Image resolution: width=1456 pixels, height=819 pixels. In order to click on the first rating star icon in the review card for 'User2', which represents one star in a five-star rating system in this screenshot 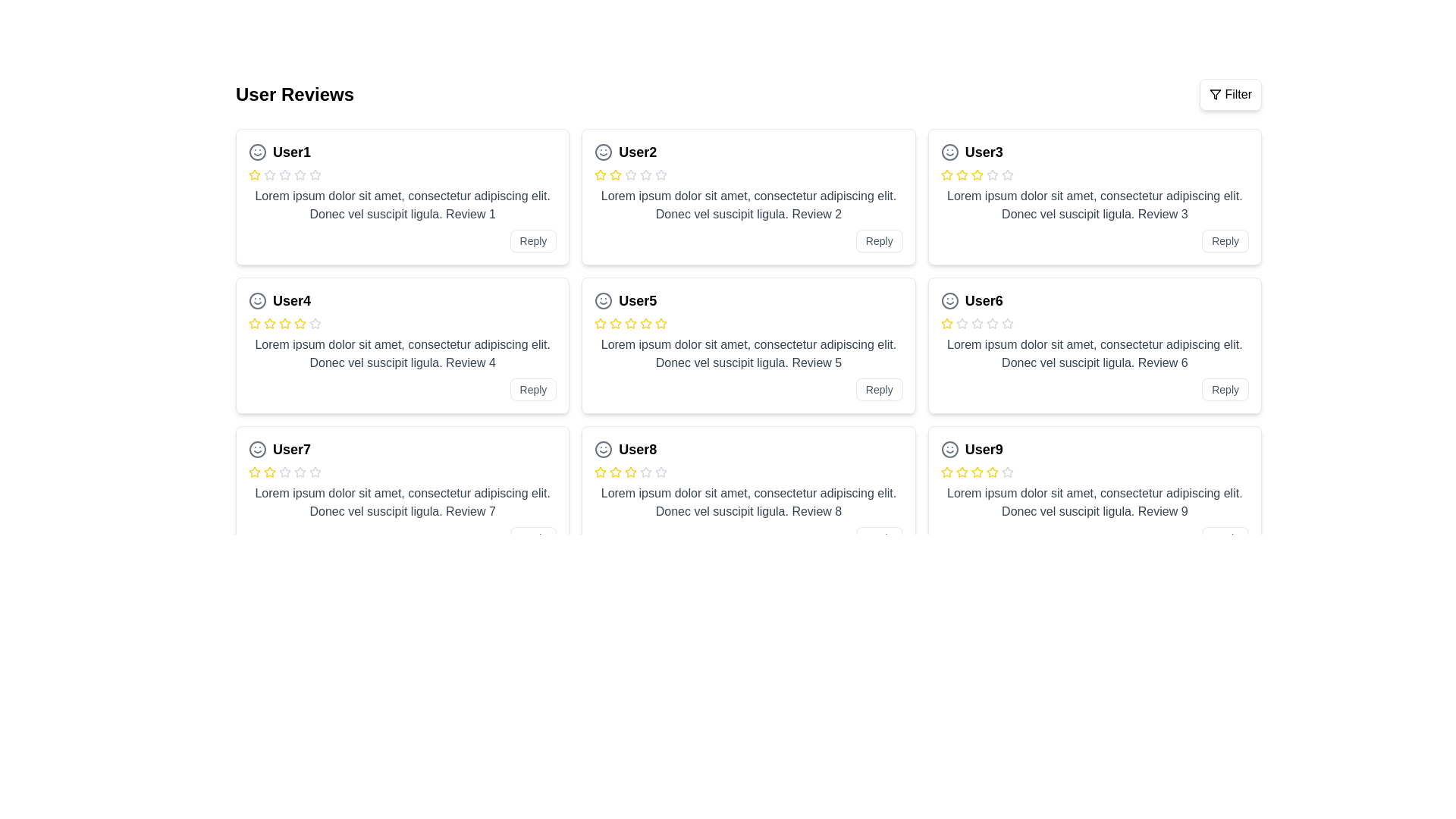, I will do `click(600, 174)`.